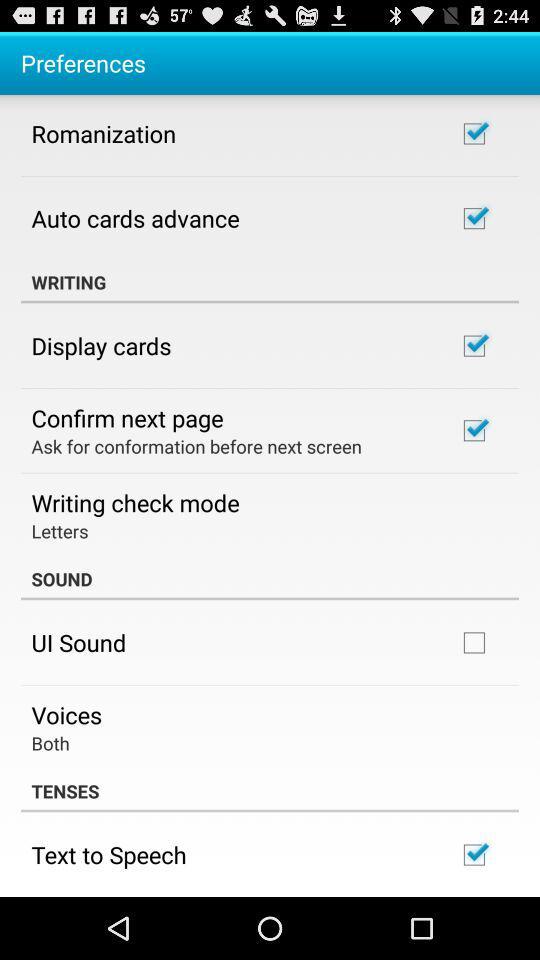 Image resolution: width=540 pixels, height=960 pixels. What do you see at coordinates (77, 641) in the screenshot?
I see `ui sound item` at bounding box center [77, 641].